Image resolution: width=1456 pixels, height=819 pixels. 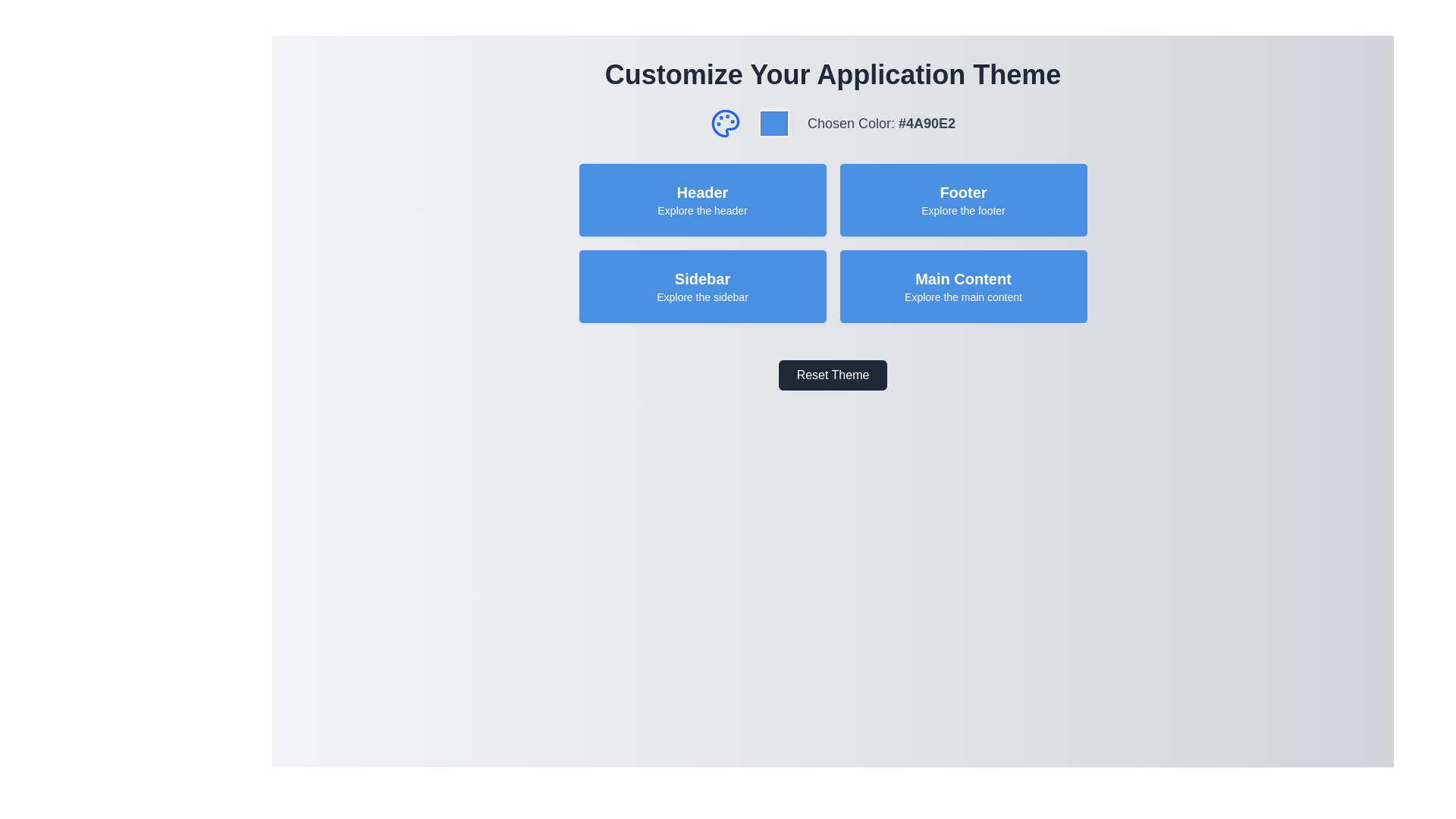 What do you see at coordinates (701, 192) in the screenshot?
I see `text 'Header' located in a bold white font within a blue rounded rectangle at the top of the panel` at bounding box center [701, 192].